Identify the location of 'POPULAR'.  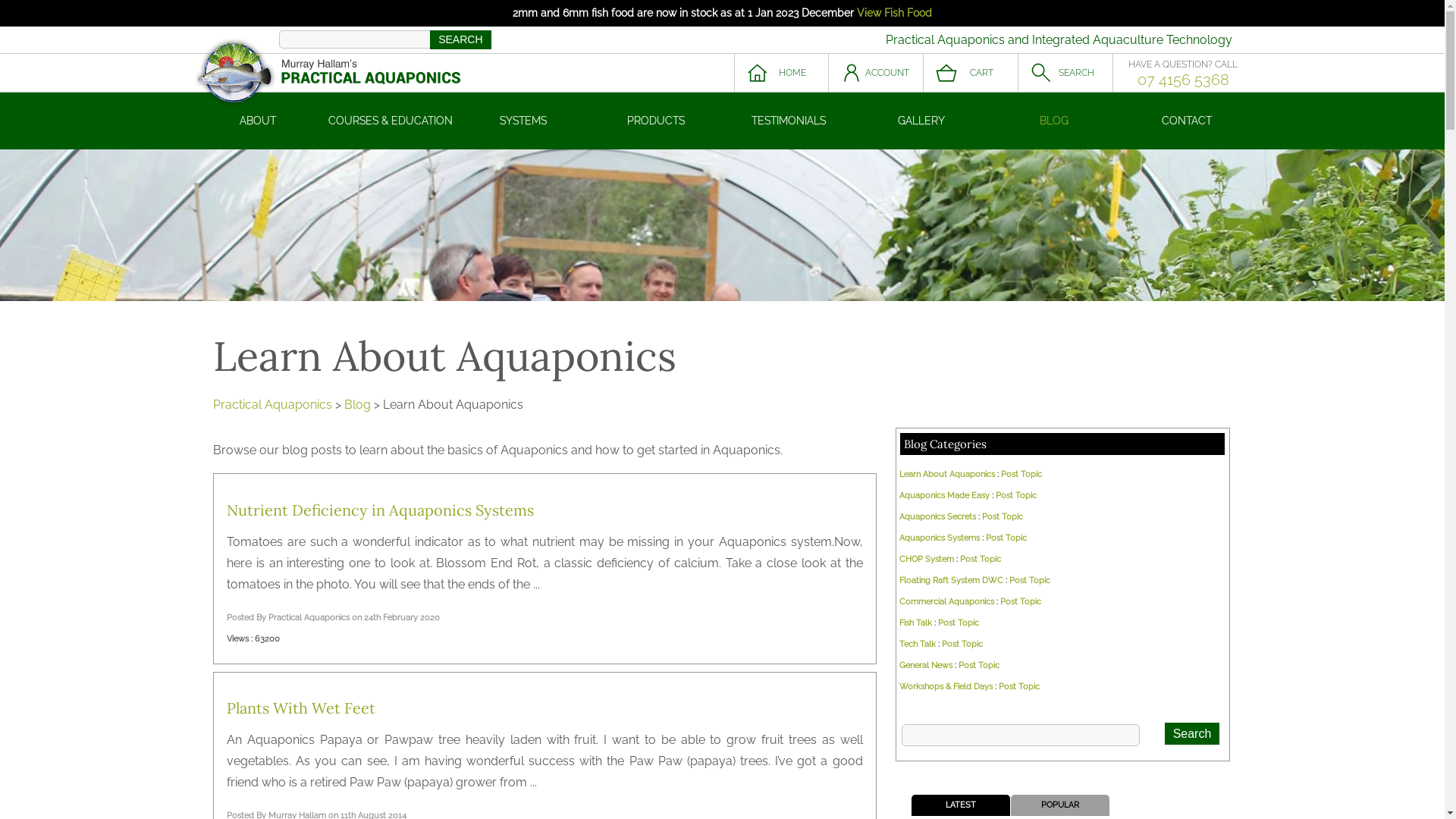
(1059, 804).